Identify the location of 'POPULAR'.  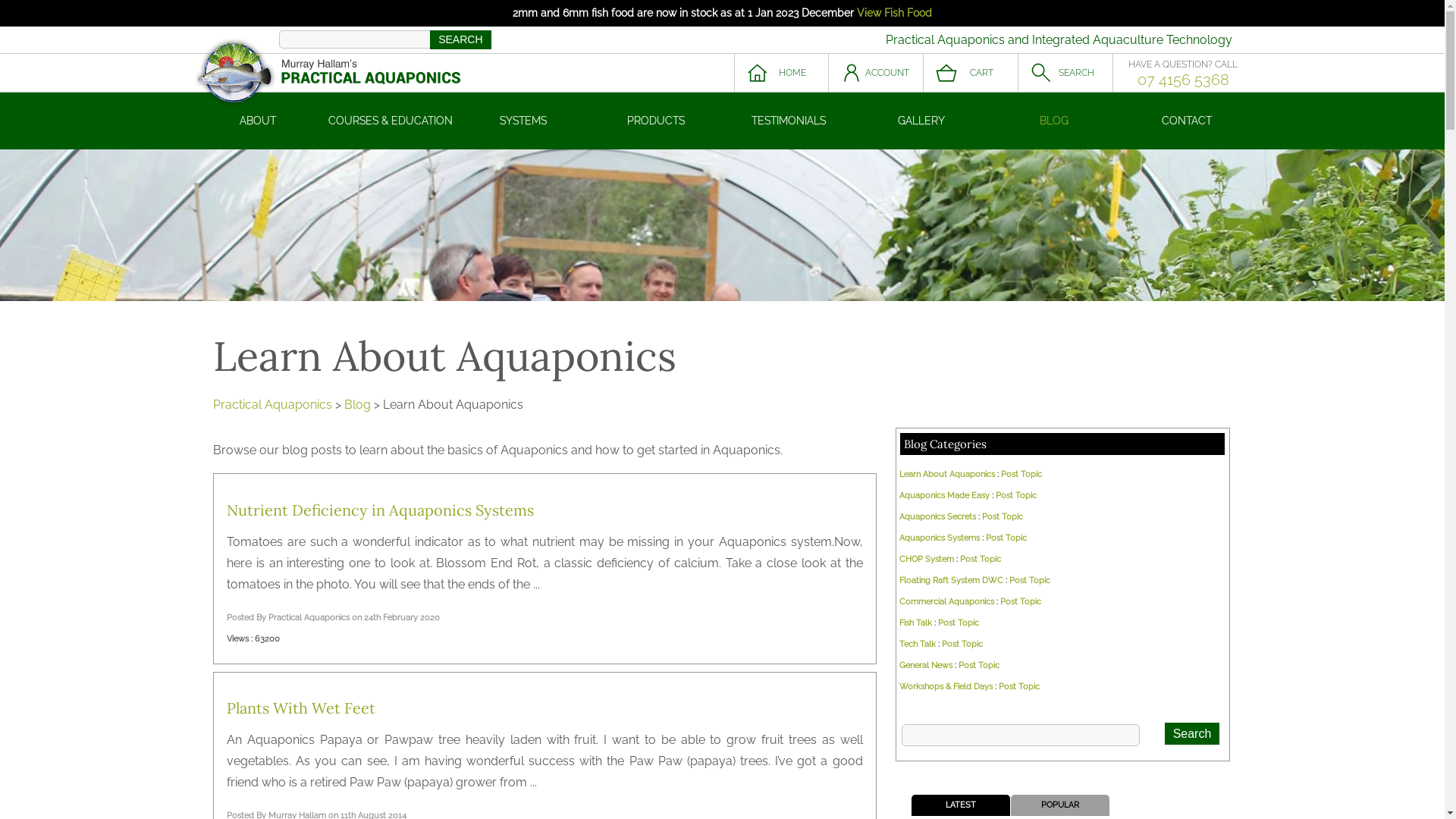
(1059, 804).